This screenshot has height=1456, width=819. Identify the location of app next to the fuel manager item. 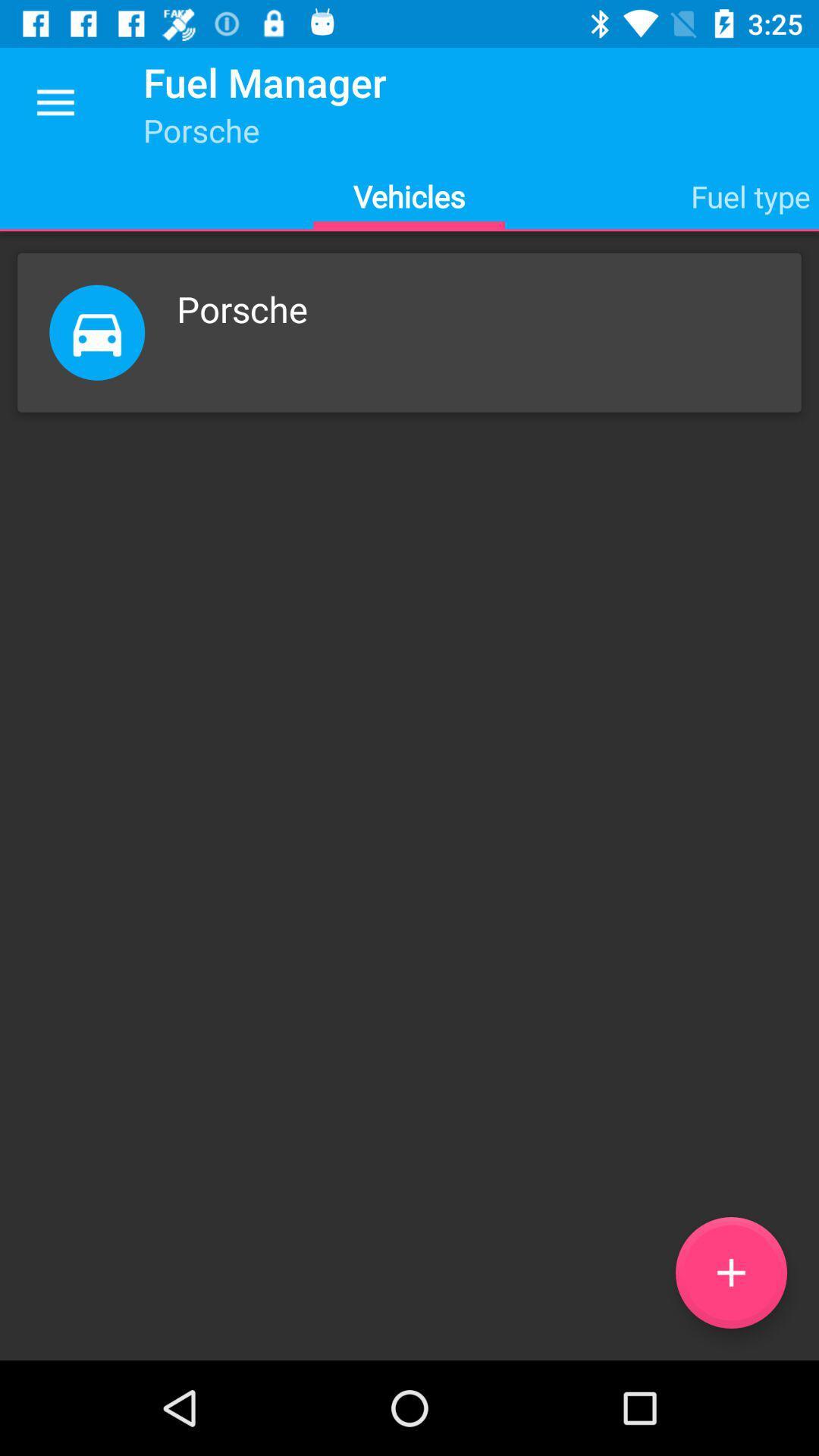
(55, 102).